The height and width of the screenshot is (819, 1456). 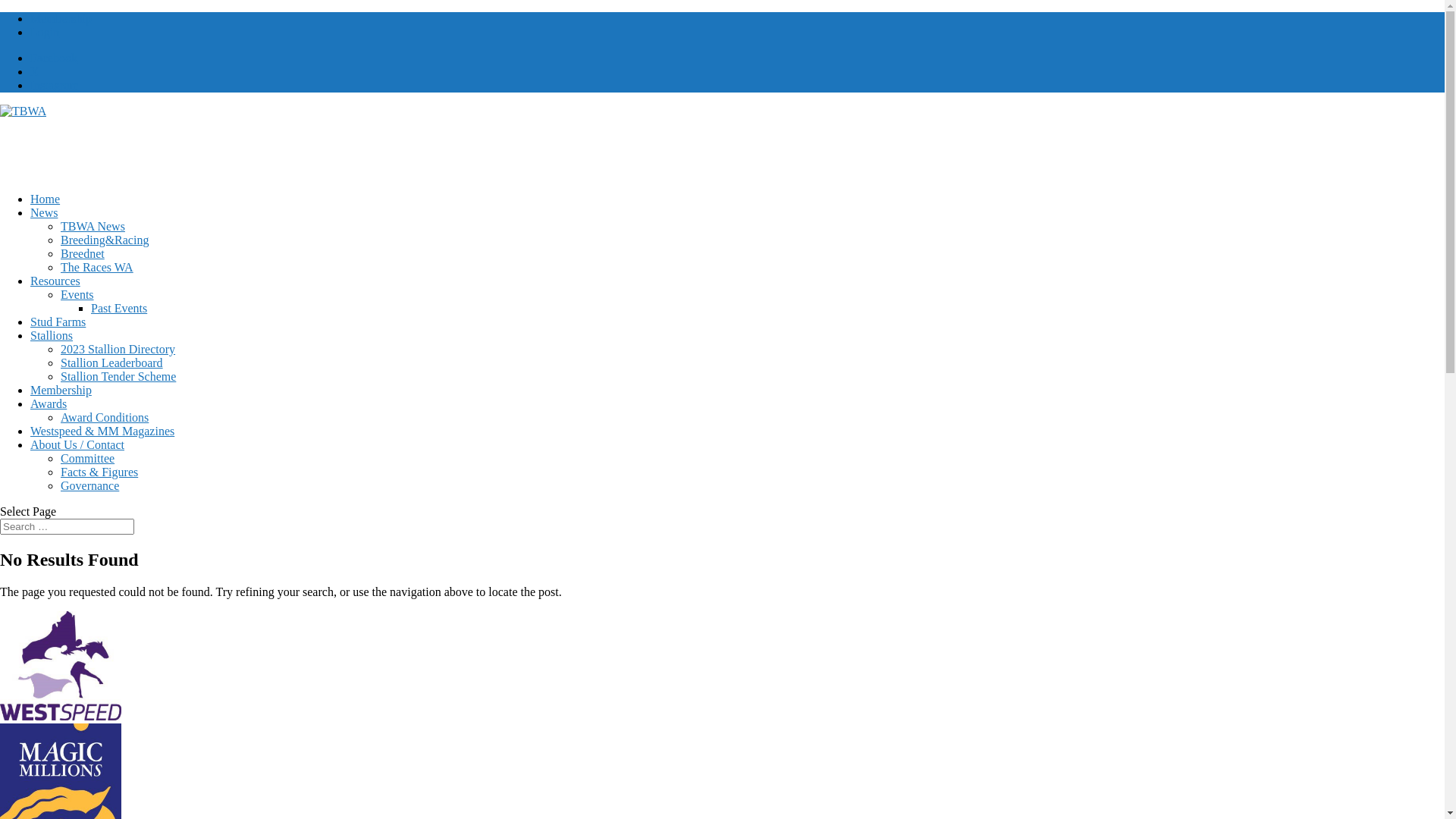 What do you see at coordinates (61, 253) in the screenshot?
I see `'Breednet'` at bounding box center [61, 253].